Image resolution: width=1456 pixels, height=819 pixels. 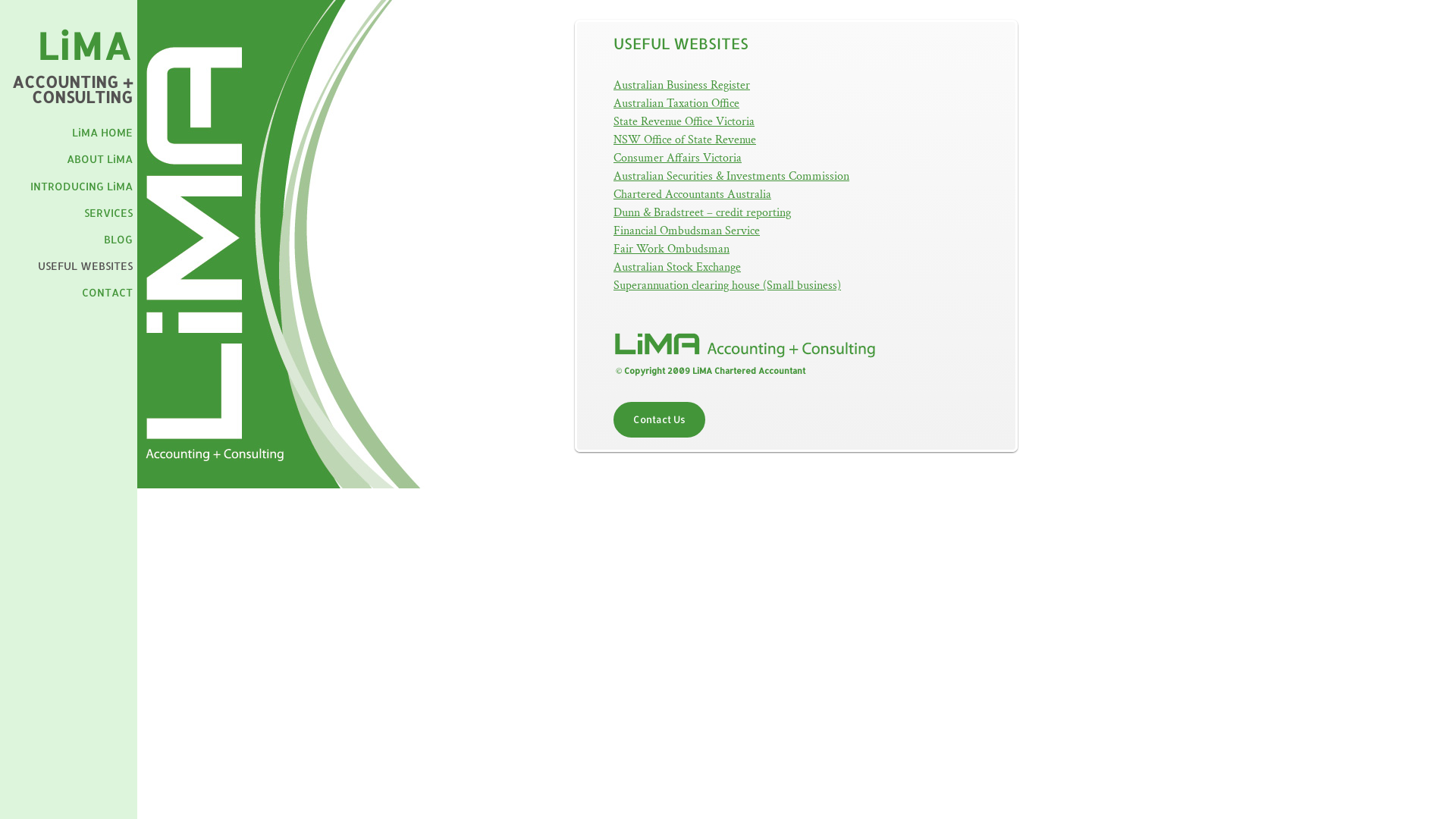 I want to click on 'ABOUT LiMA', so click(x=99, y=158).